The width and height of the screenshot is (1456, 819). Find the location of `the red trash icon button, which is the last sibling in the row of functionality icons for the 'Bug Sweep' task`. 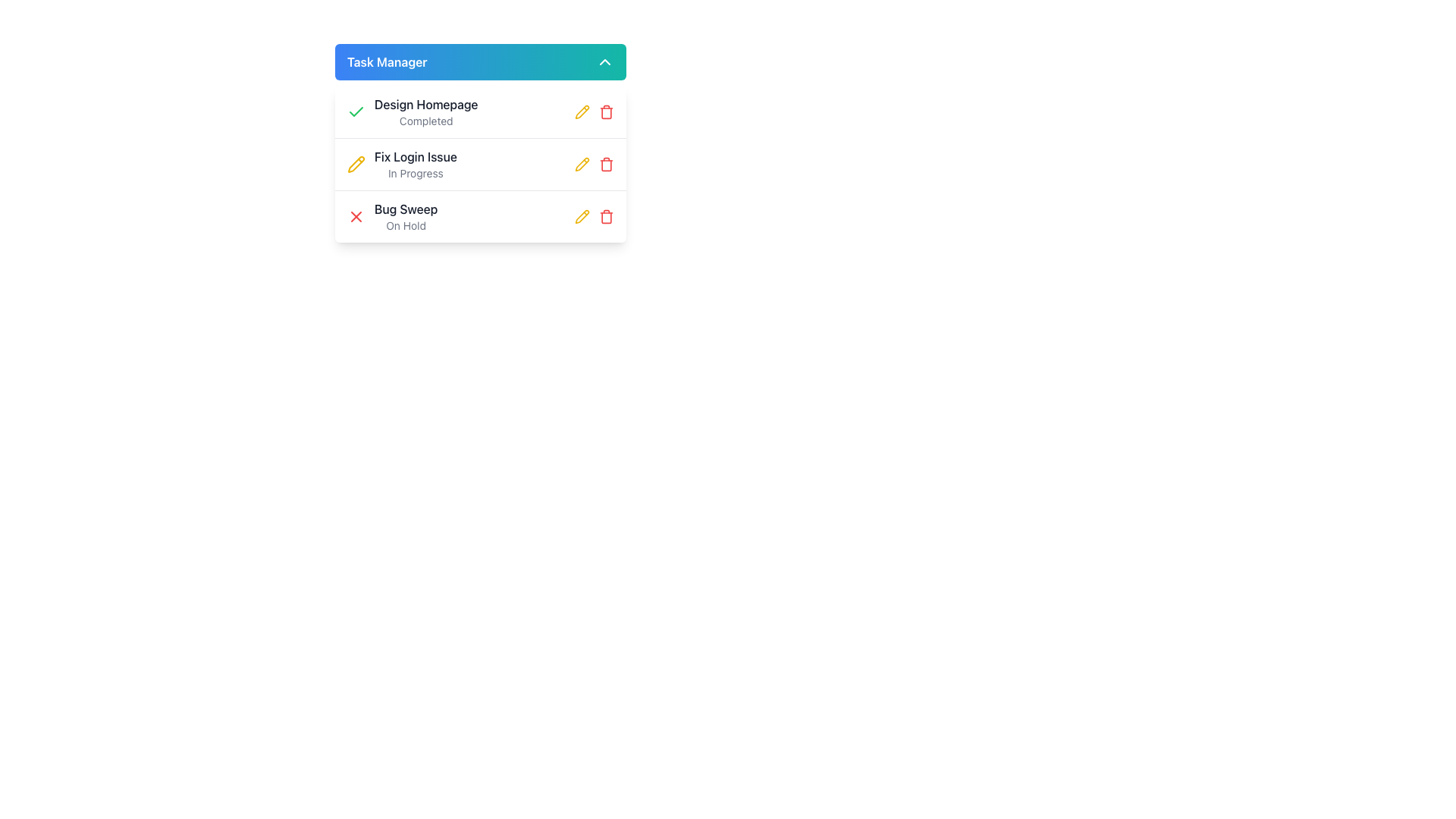

the red trash icon button, which is the last sibling in the row of functionality icons for the 'Bug Sweep' task is located at coordinates (607, 216).